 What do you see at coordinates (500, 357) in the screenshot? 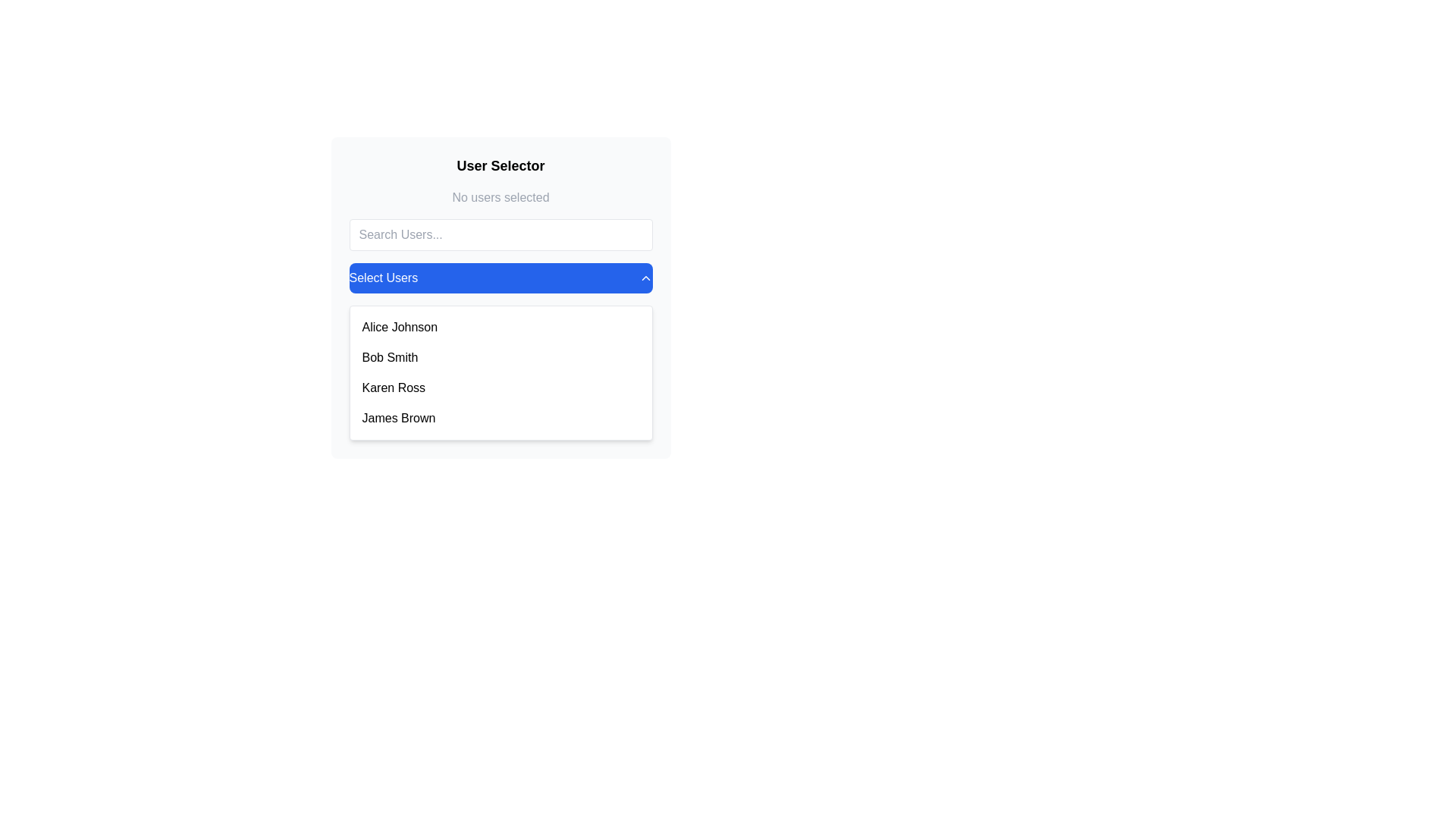
I see `the second list item labeled 'Bob Smith' within the 'Select Users' section` at bounding box center [500, 357].